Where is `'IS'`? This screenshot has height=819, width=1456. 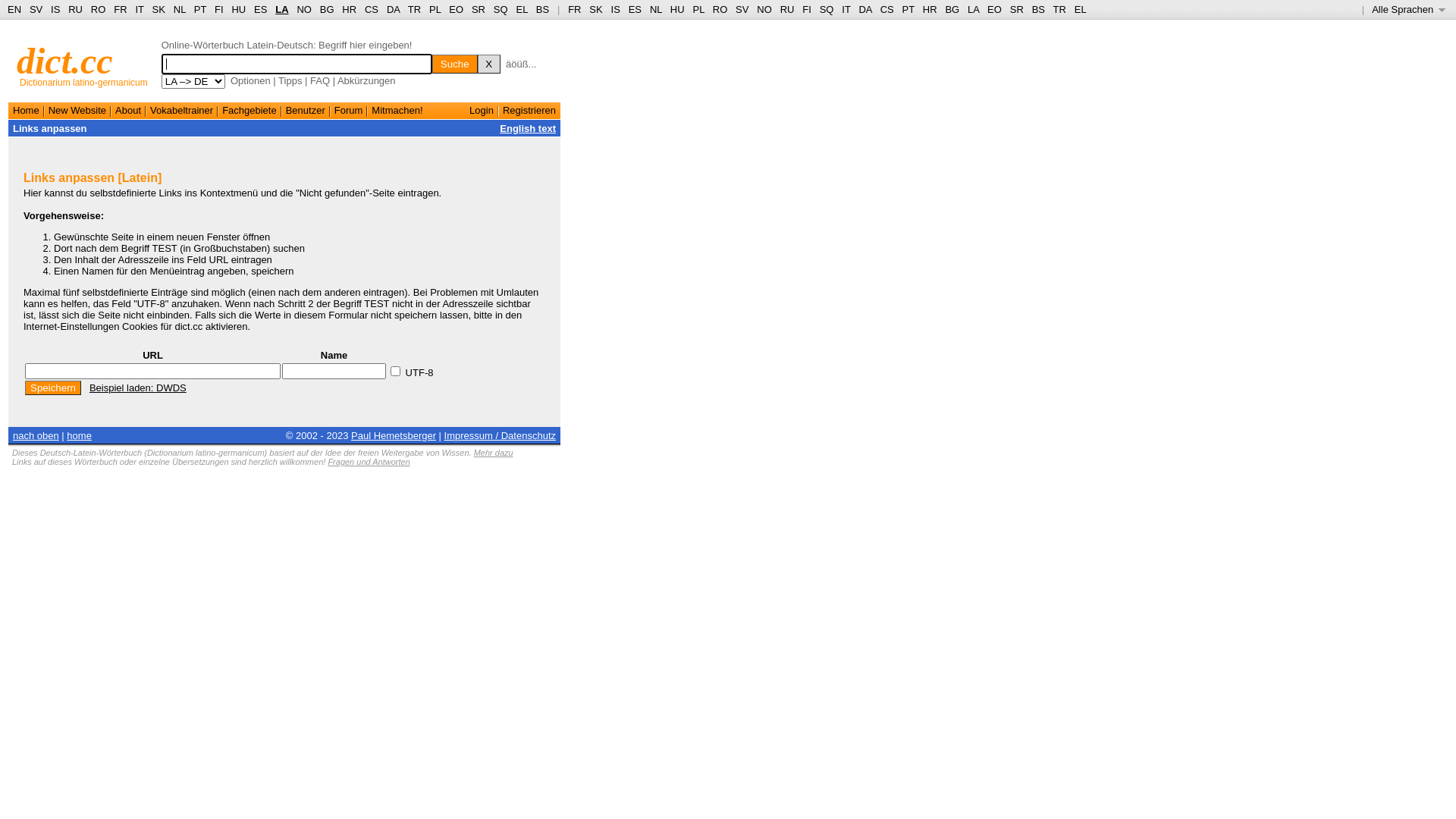
'IS' is located at coordinates (611, 9).